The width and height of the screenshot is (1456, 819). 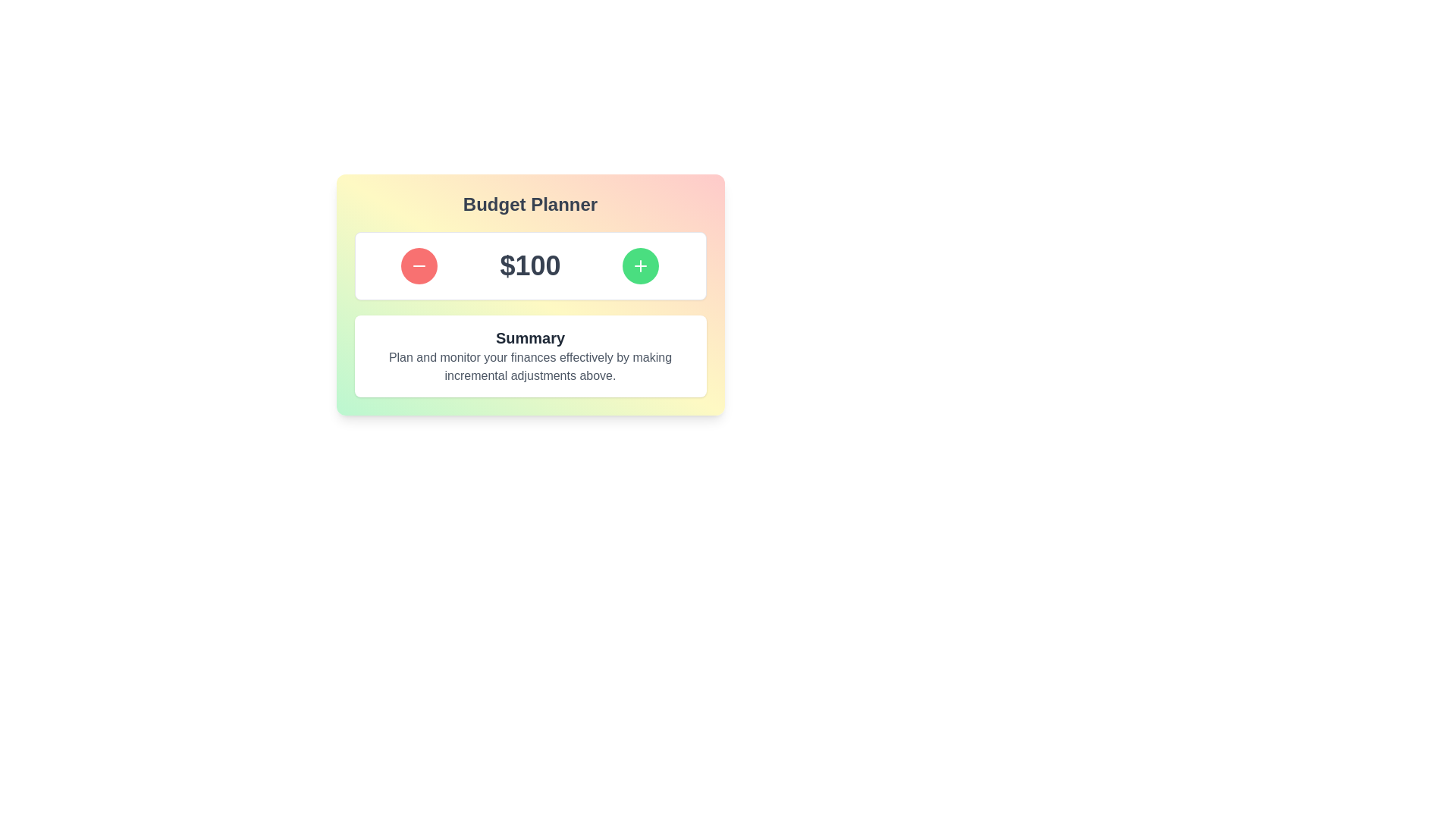 I want to click on descriptive text content located within the white card below the bold headline 'Summary', which focuses on financial planning, so click(x=530, y=366).